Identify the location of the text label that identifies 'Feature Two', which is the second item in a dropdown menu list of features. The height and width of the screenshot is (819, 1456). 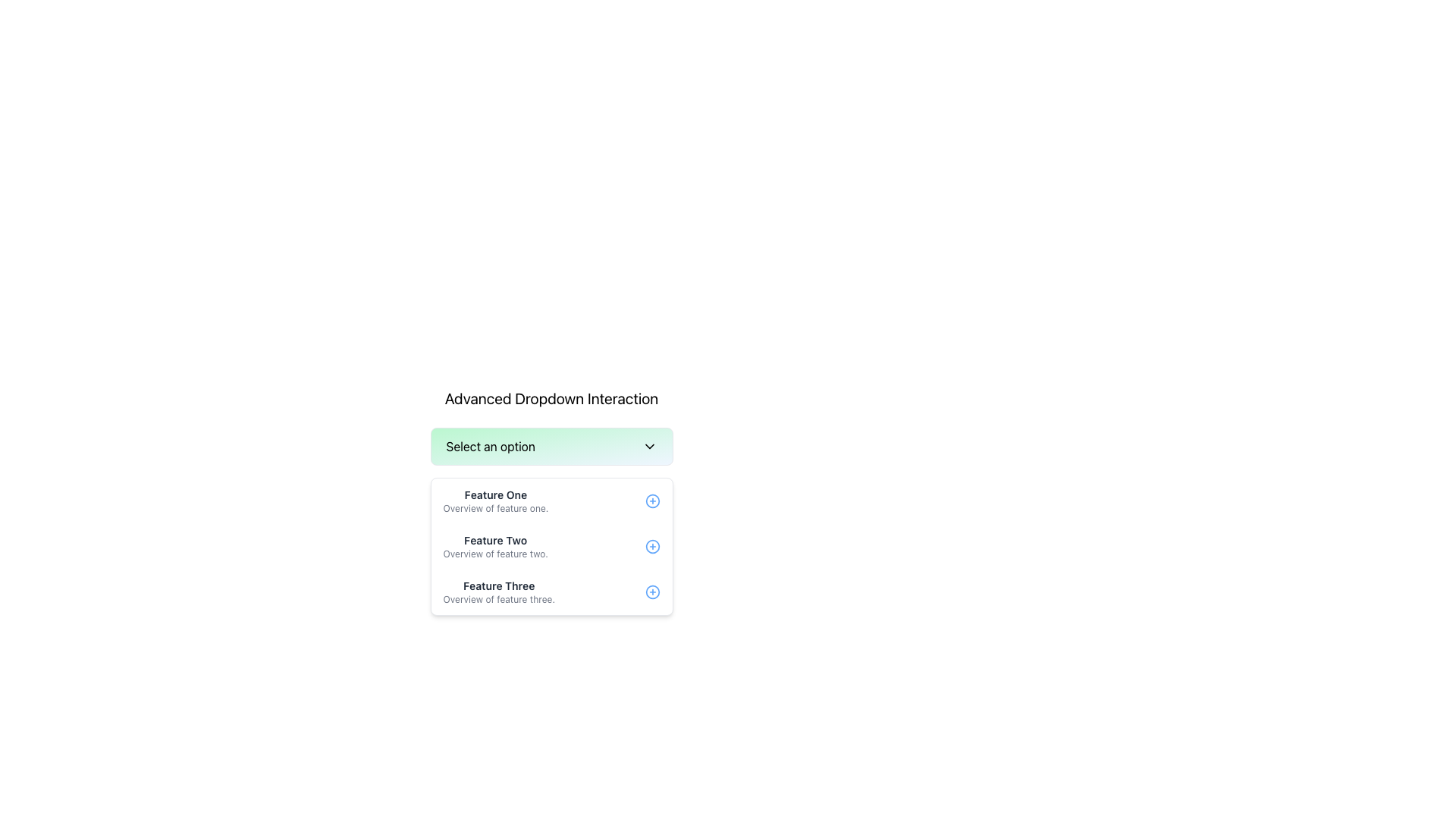
(495, 540).